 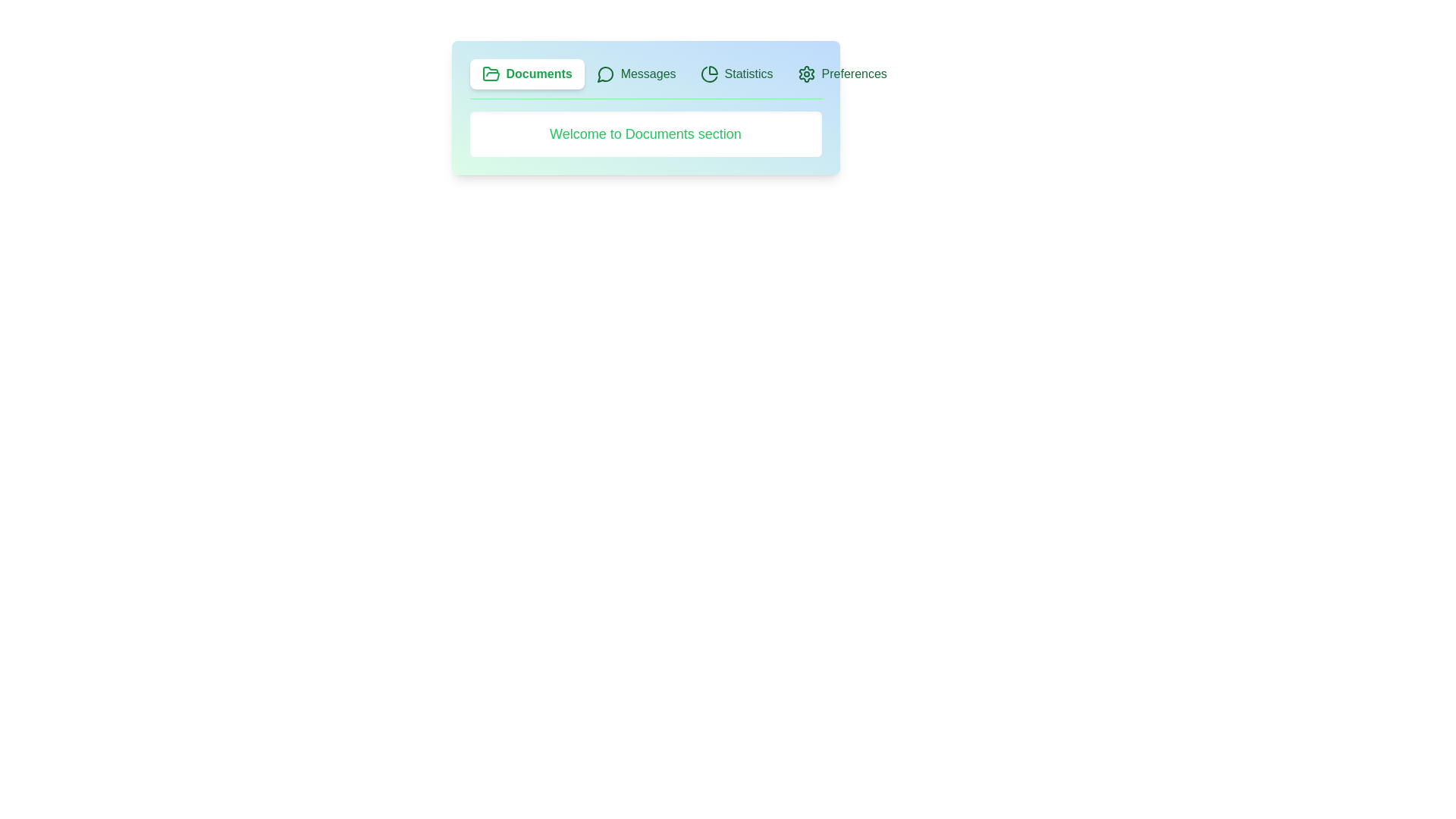 I want to click on the tab labeled Statistics to see its visual feedback, so click(x=736, y=74).